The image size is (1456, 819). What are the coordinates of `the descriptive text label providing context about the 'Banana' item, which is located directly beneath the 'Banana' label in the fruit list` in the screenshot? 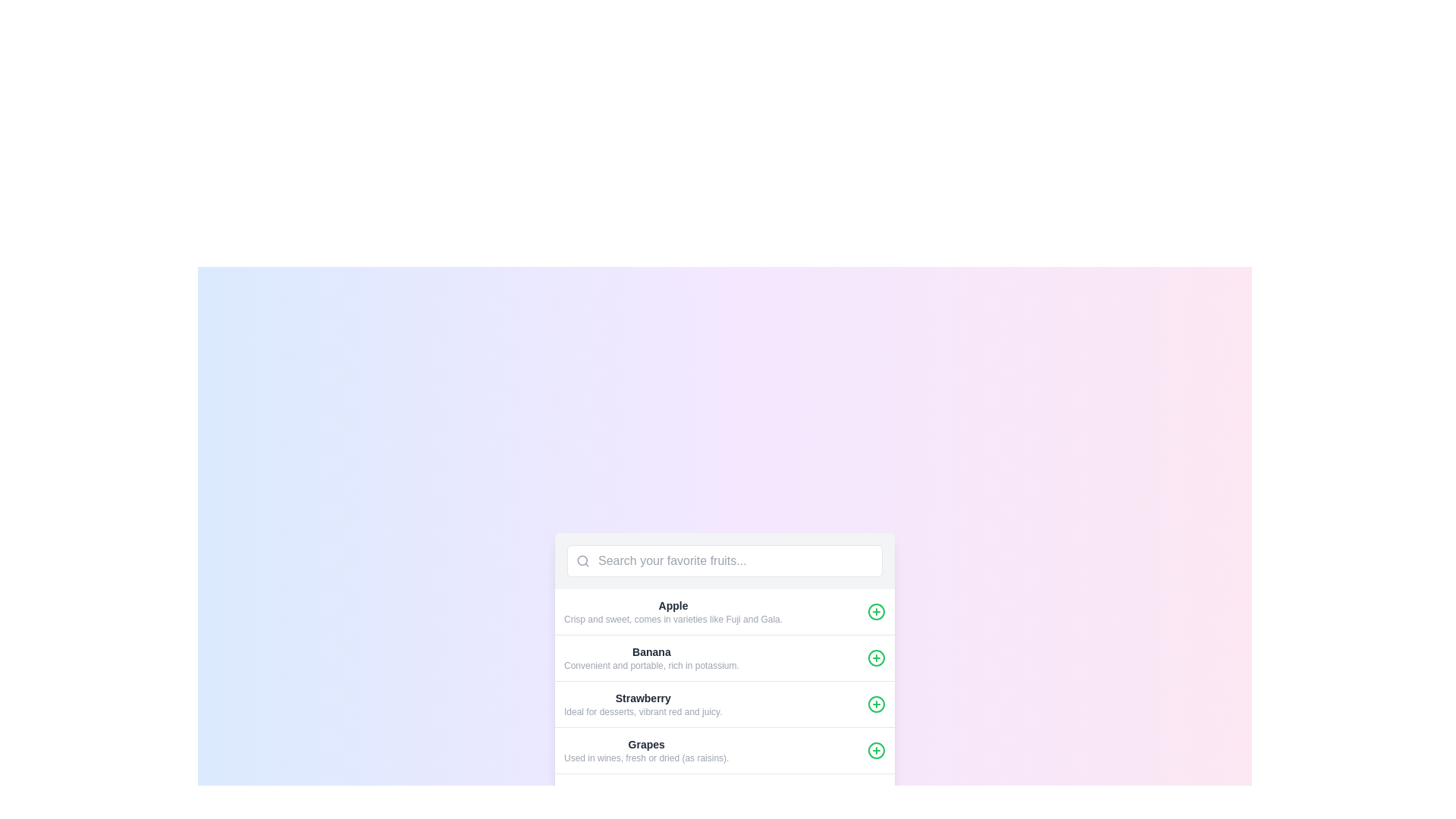 It's located at (651, 665).